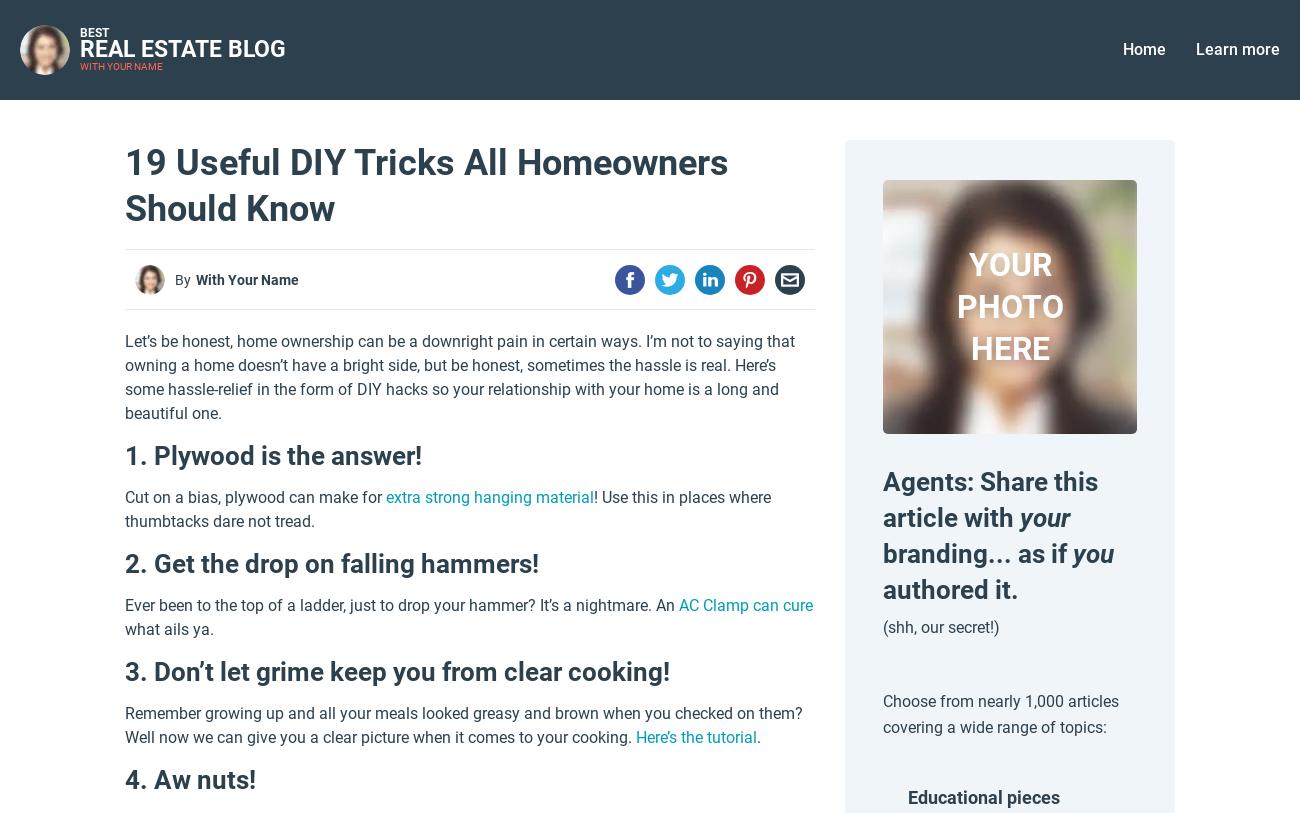 The height and width of the screenshot is (813, 1300). Describe the element at coordinates (677, 605) in the screenshot. I see `'AC Clamp can cure'` at that location.